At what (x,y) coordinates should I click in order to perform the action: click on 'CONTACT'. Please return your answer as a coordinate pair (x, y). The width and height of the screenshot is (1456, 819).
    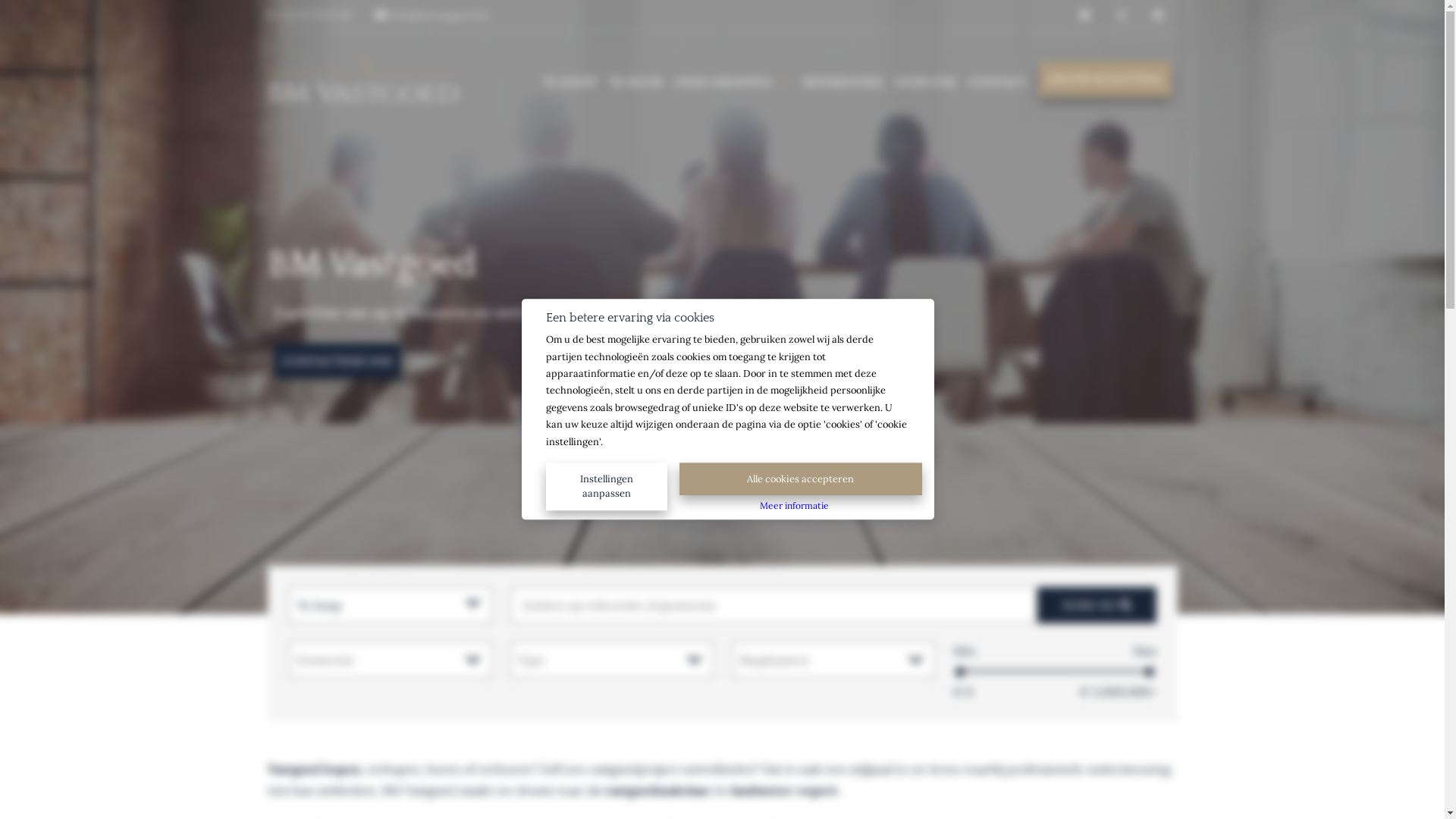
    Looking at the image, I should click on (997, 80).